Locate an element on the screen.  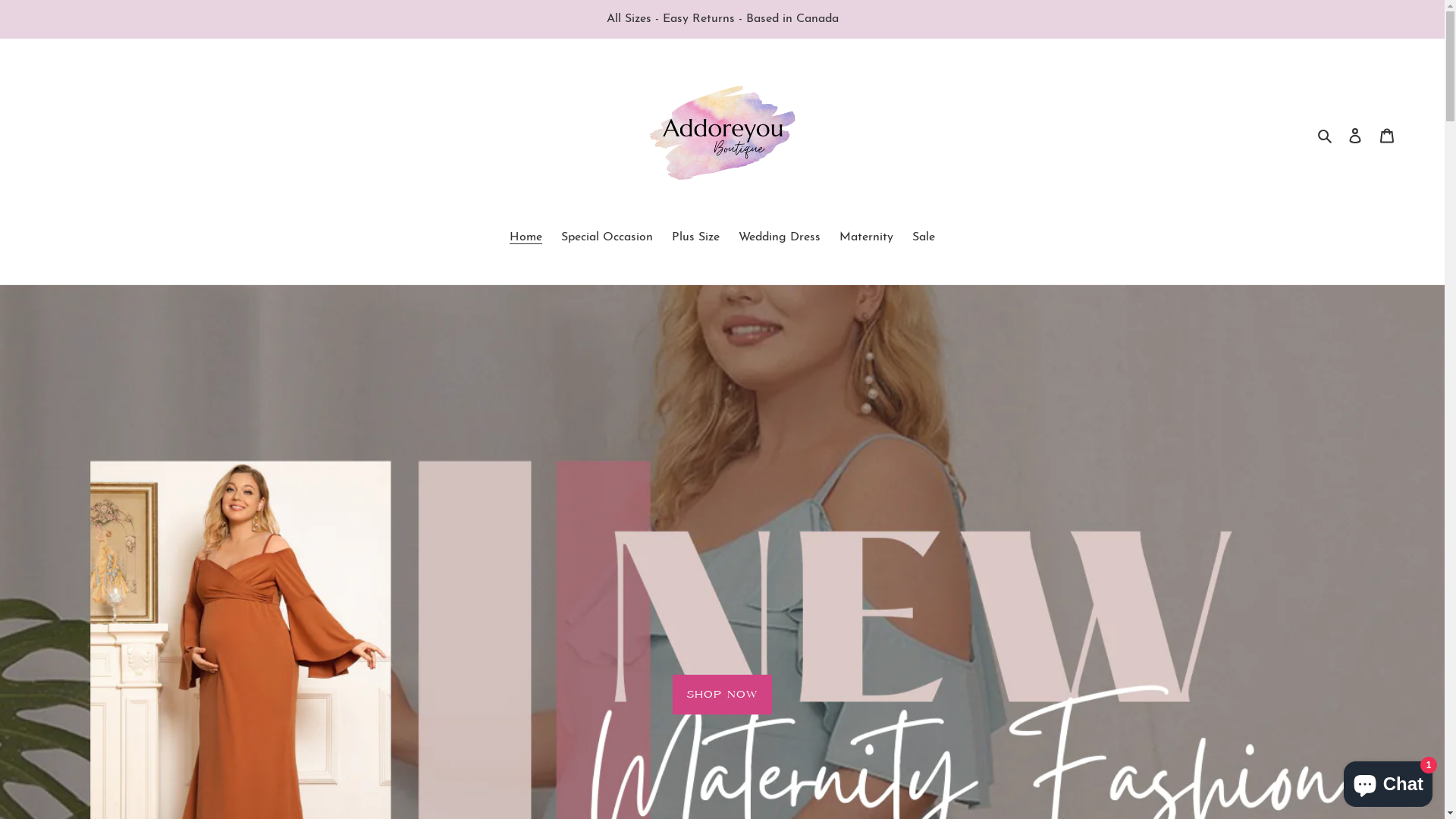
'Maternity' is located at coordinates (831, 238).